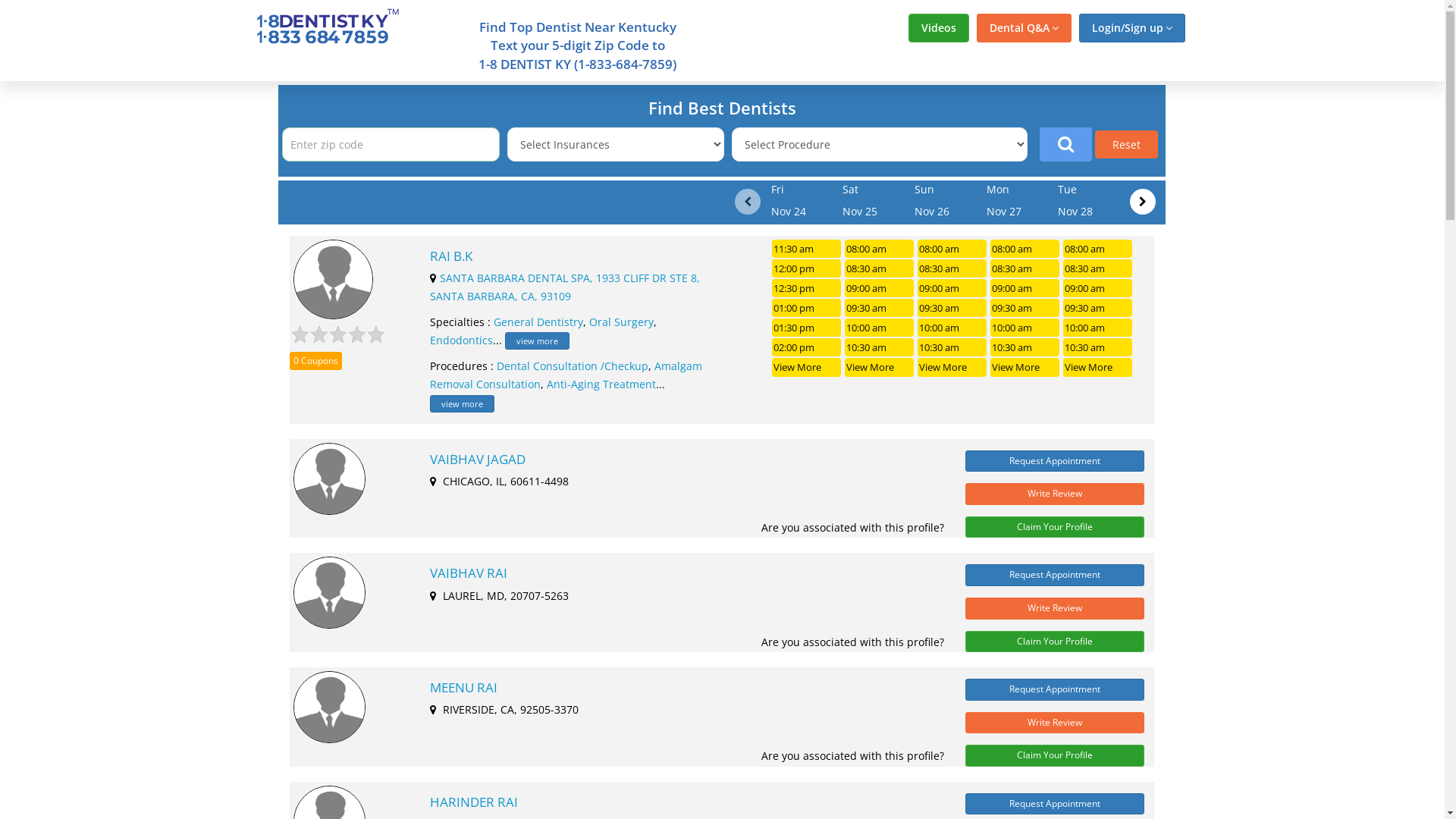 This screenshot has width=1456, height=819. I want to click on '09:00 am', so click(951, 288).